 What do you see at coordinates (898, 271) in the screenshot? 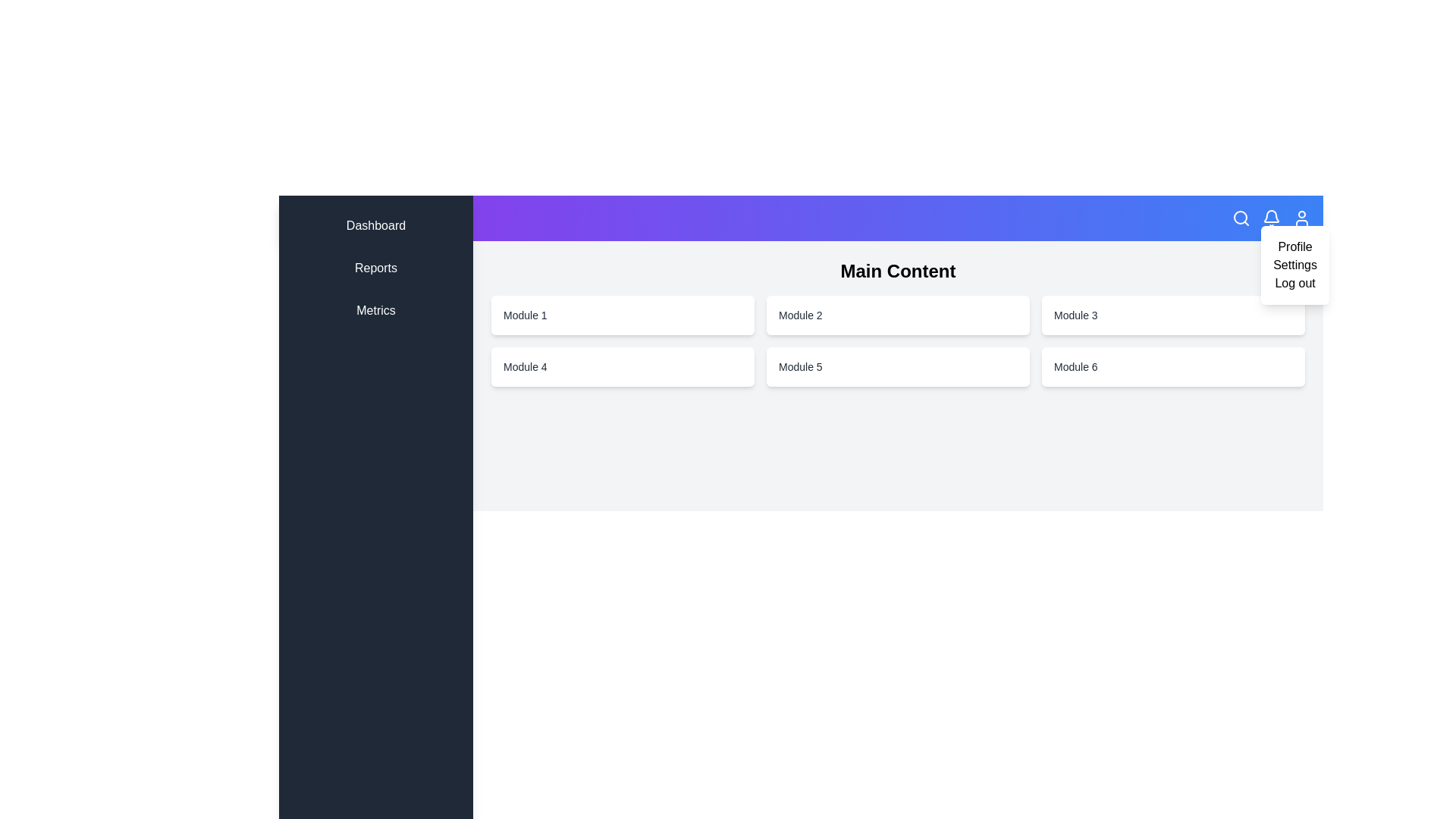
I see `the Header Text which serves as the title for the main content area, located near the top above the grid of module cards` at bounding box center [898, 271].